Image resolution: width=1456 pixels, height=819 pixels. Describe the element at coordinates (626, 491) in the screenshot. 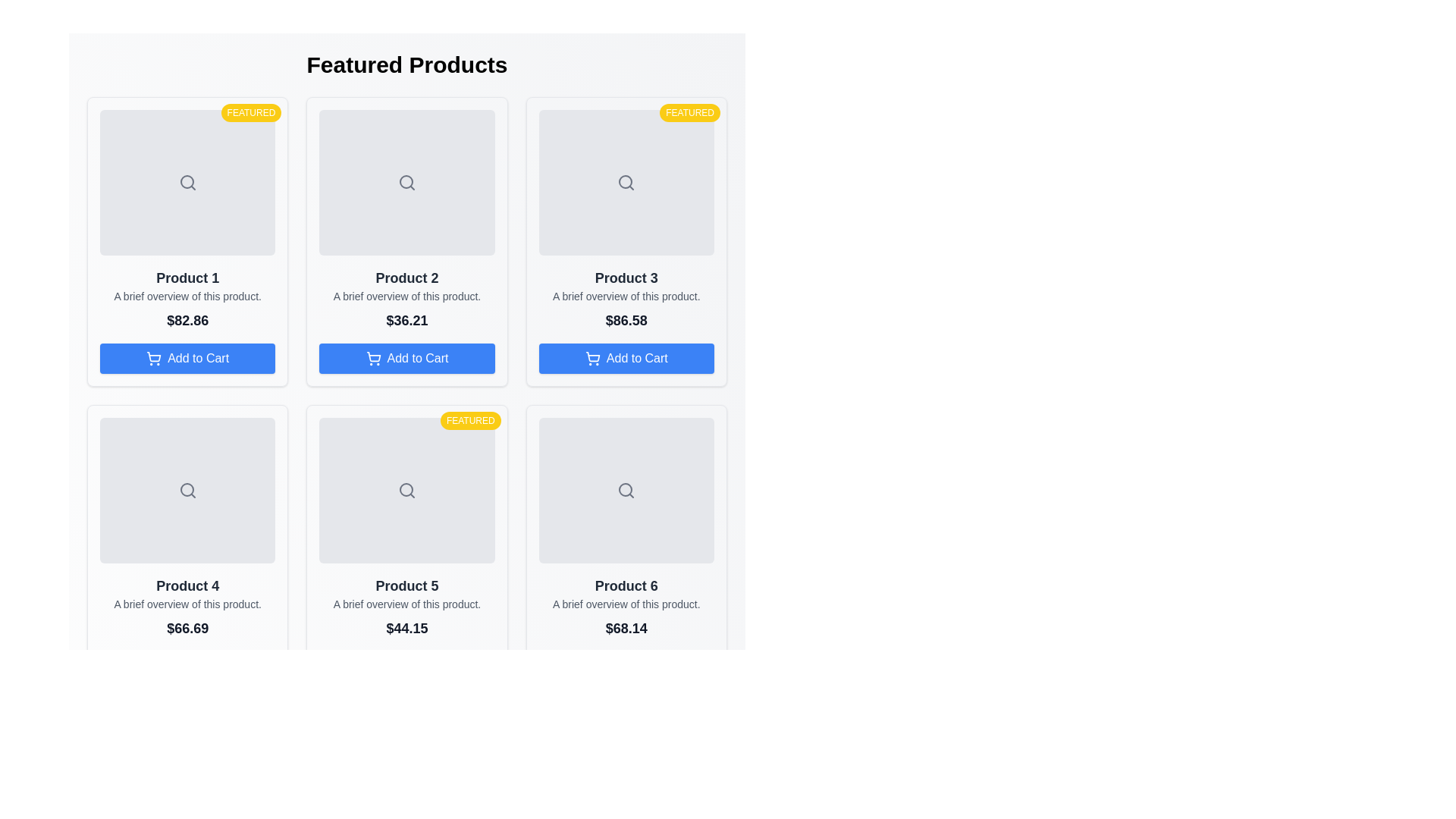

I see `the gray square image placeholder with a magnifying glass icon located in the bottom-right of the 'Product 6' product card` at that location.